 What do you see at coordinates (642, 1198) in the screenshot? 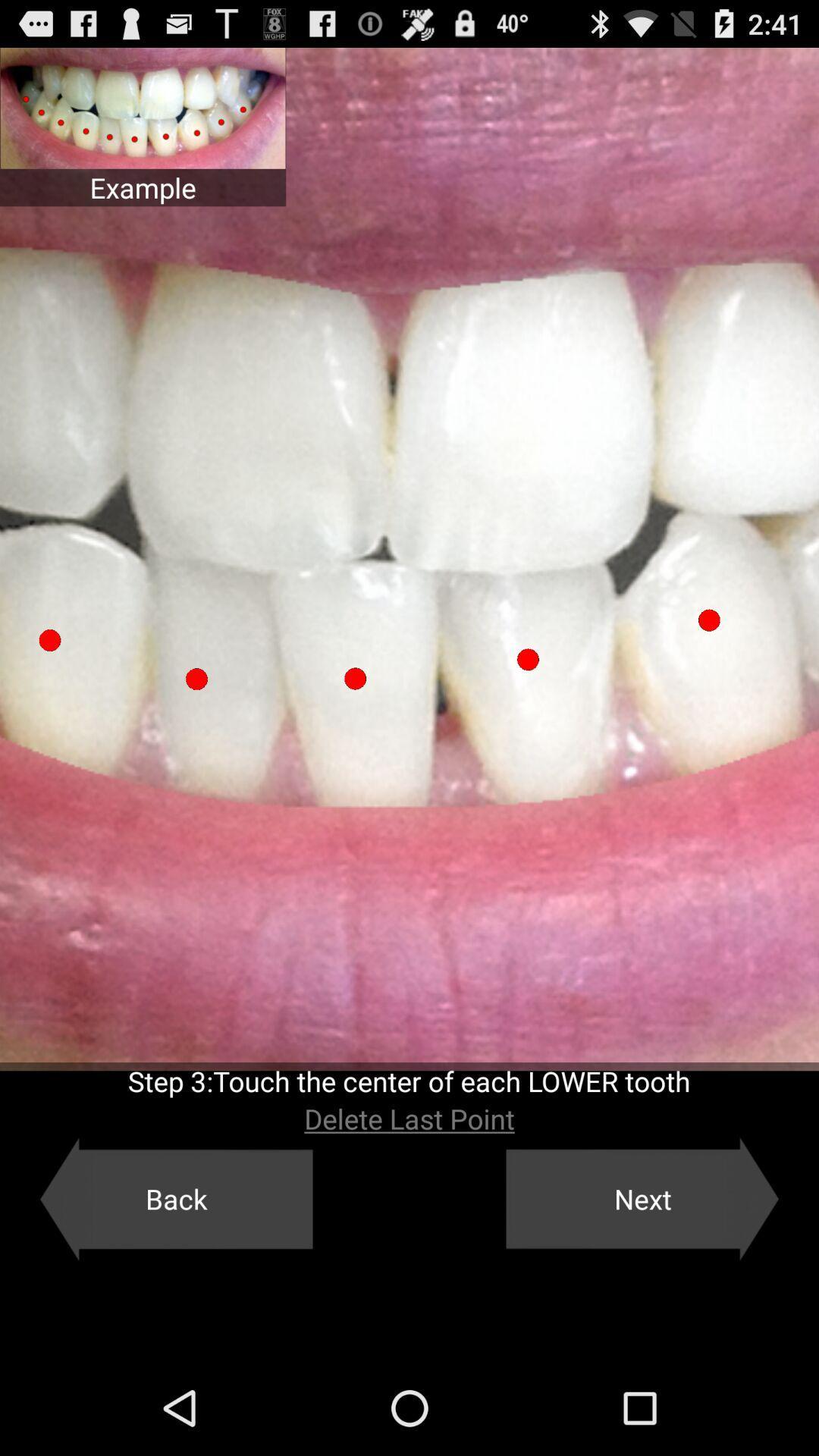
I see `item at the bottom right corner` at bounding box center [642, 1198].